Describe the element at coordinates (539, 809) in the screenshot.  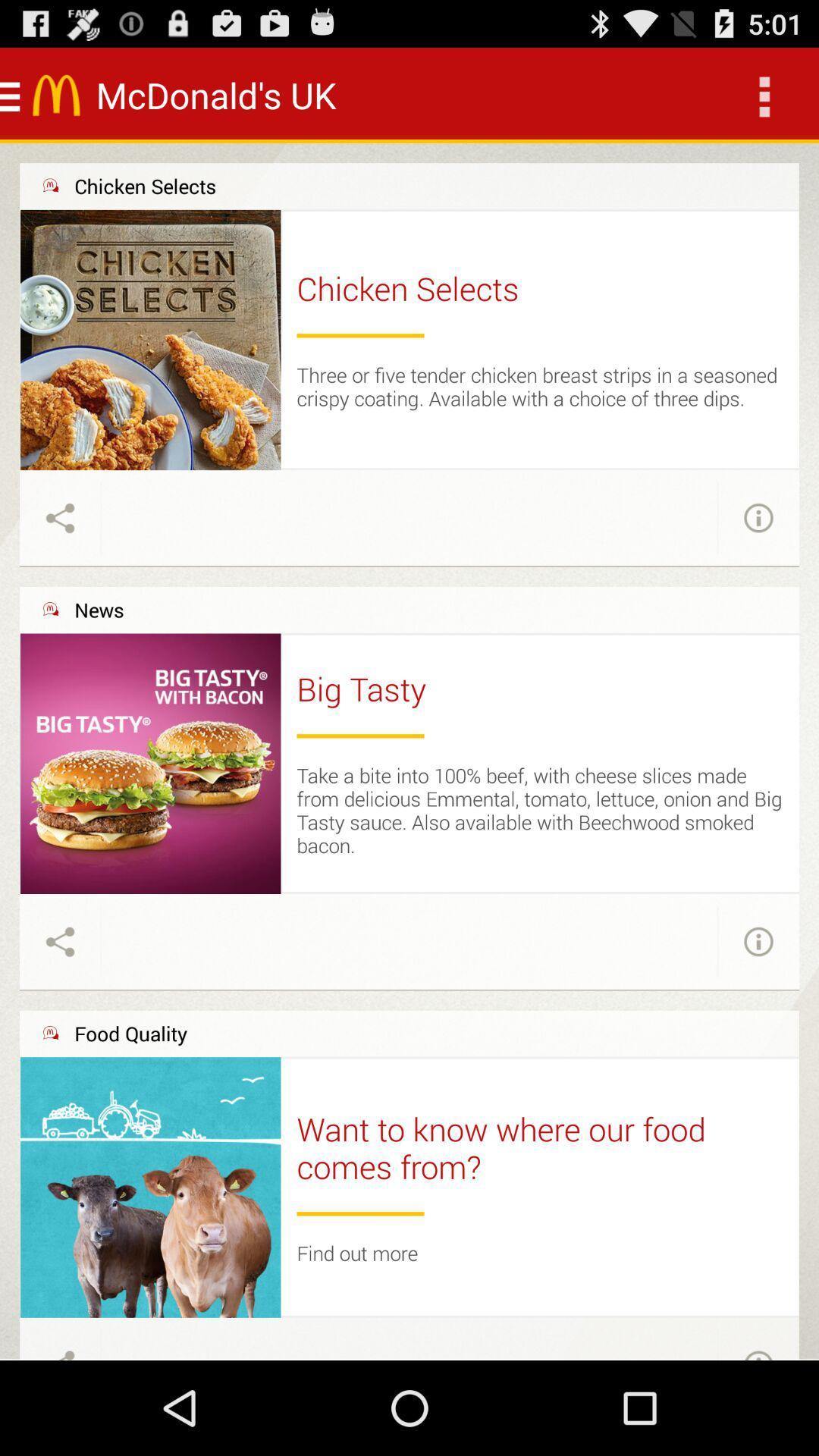
I see `take a bite item` at that location.